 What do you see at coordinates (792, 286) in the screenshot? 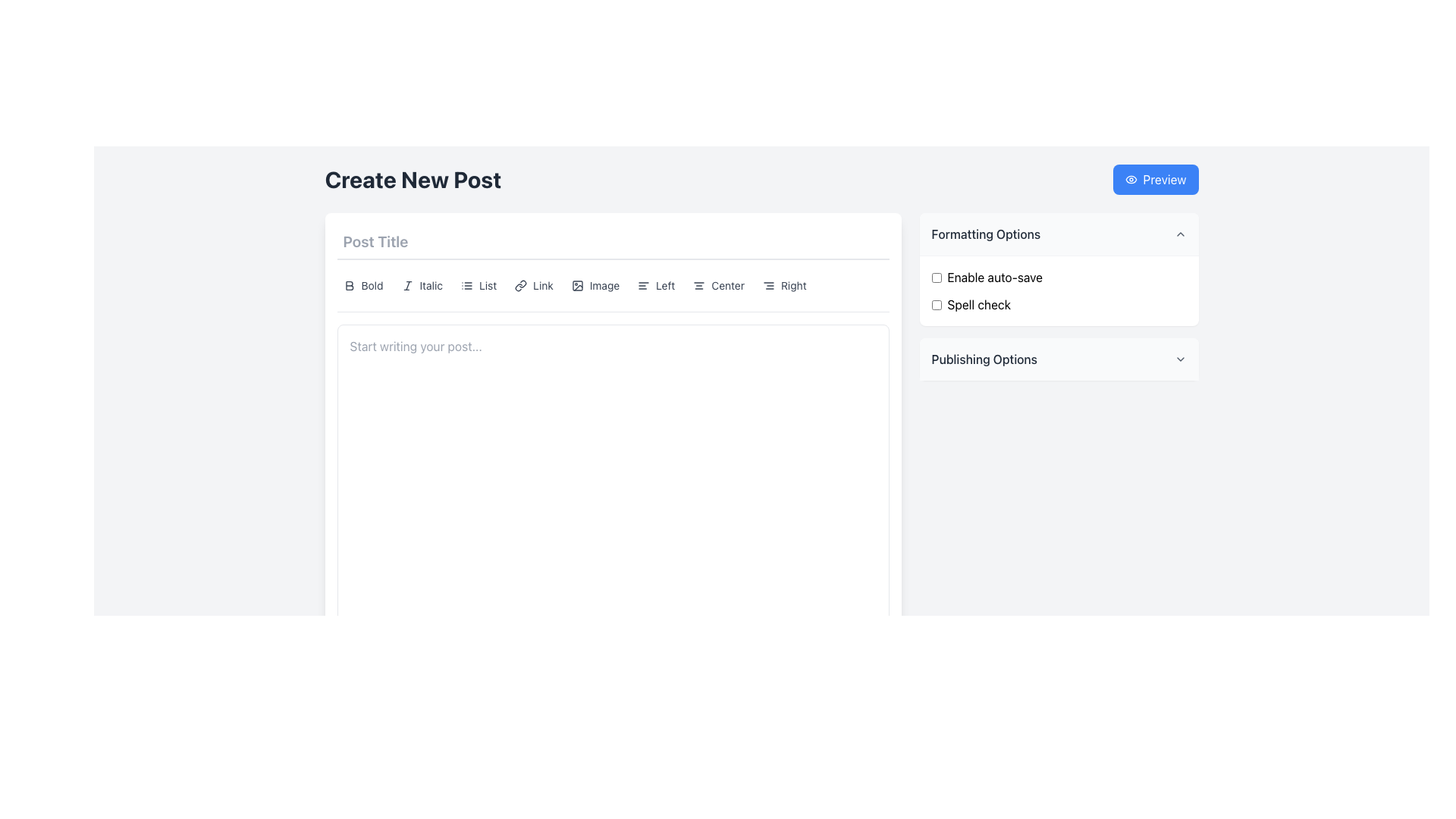
I see `the text label that displays the word 'Right', which is styled in a small gray font and is the last item in the sequence of alignment options in the post editor` at bounding box center [792, 286].